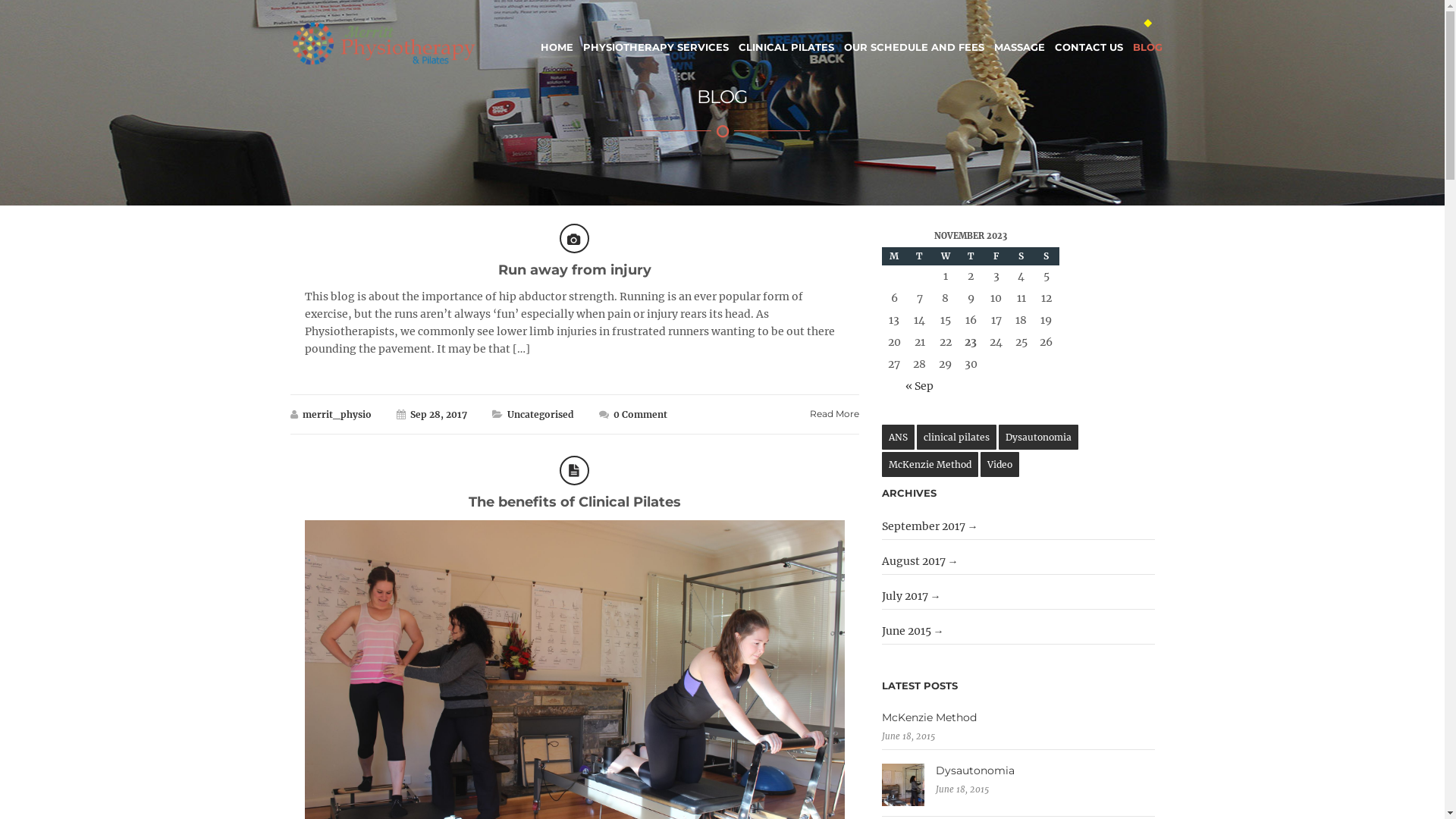 The width and height of the screenshot is (1456, 819). Describe the element at coordinates (383, 42) in the screenshot. I see `'Merritt Physiotherapy & Pilates'` at that location.